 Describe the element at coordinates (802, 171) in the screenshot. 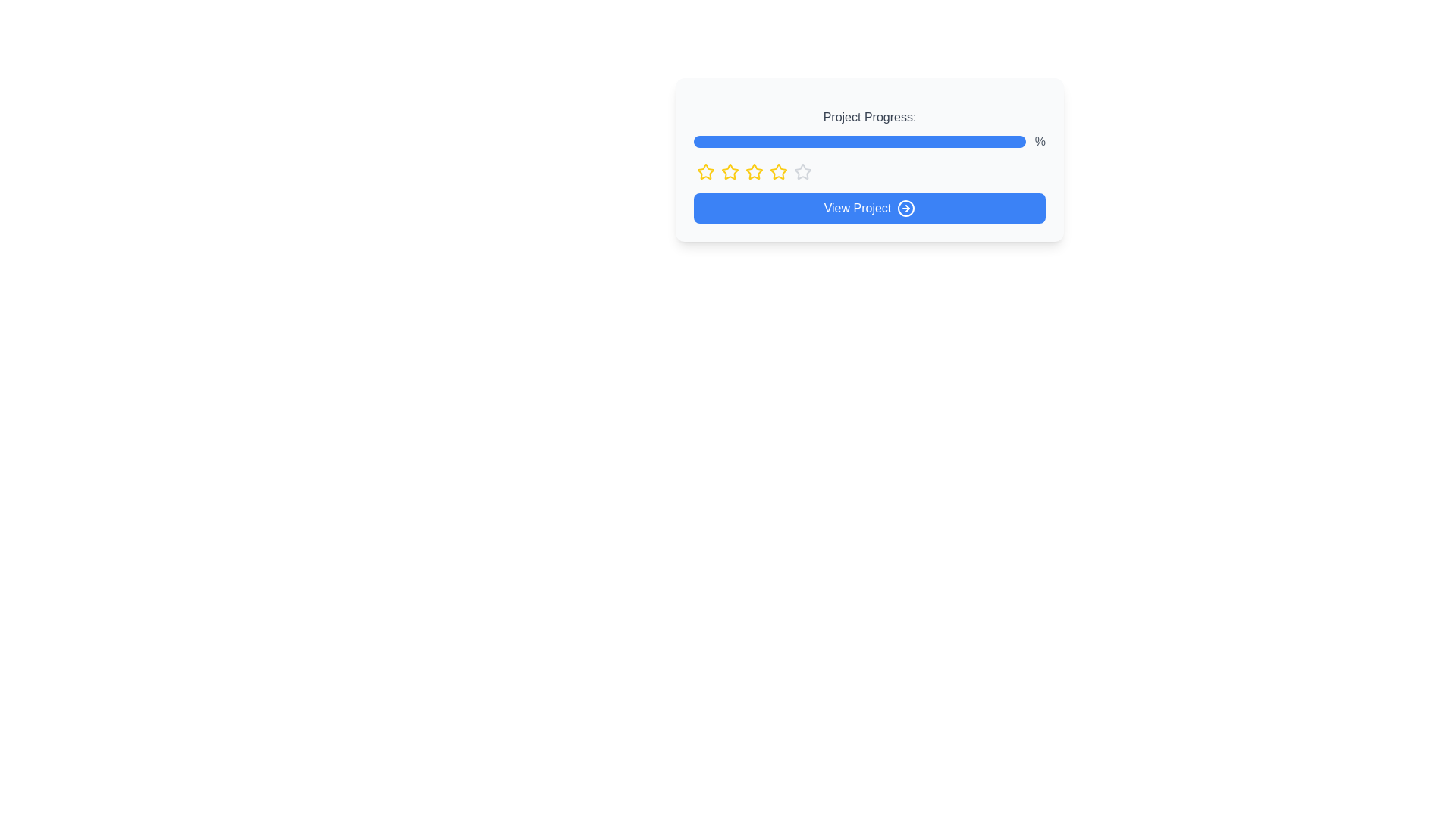

I see `the fifth star icon in the rating system` at that location.